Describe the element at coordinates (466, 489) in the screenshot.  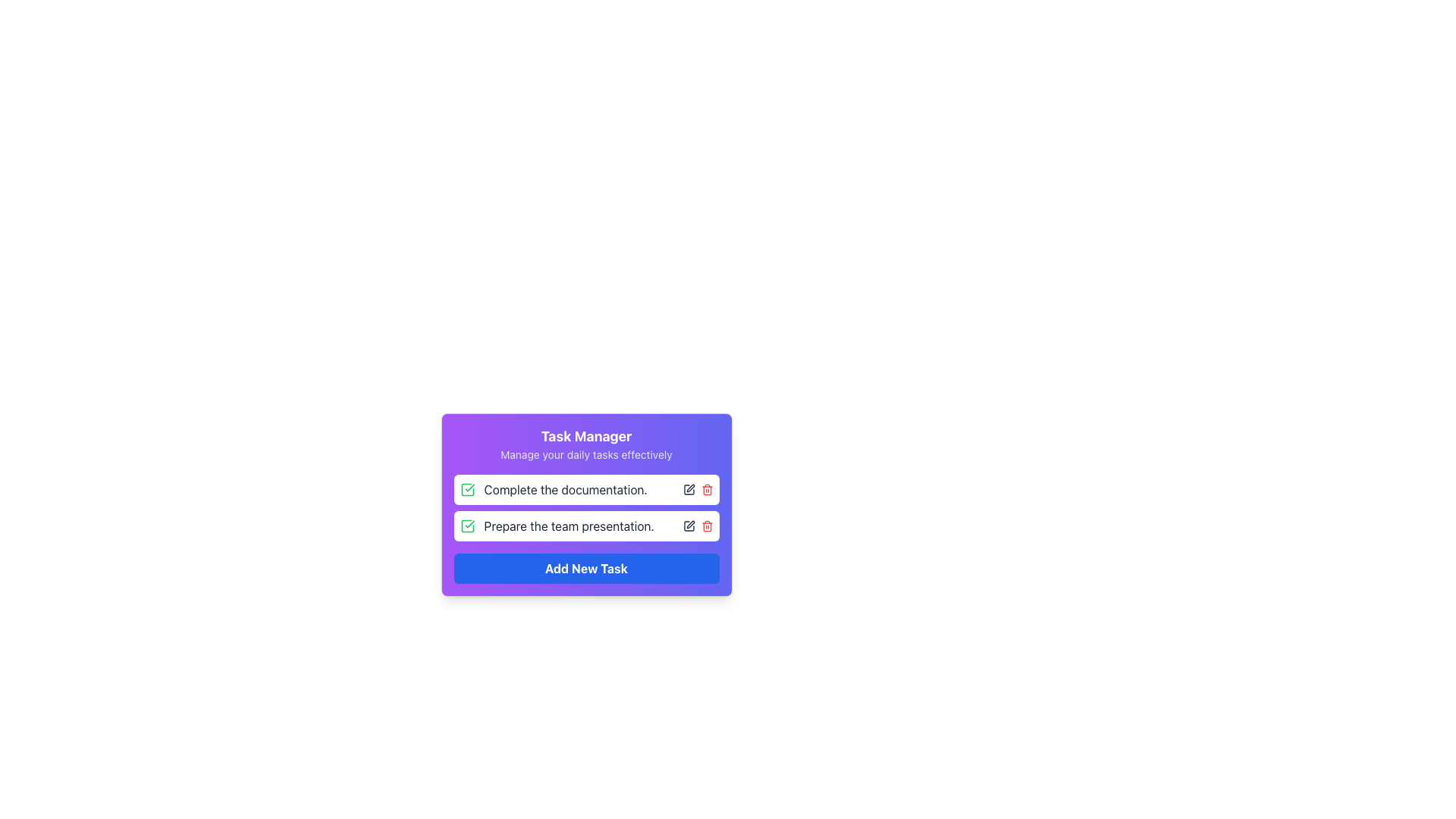
I see `the square-shaped checkbox with a green outline and a checkmark icon inside it, located to the left of the text 'Complete the documentation.' in the Task Manager section` at that location.